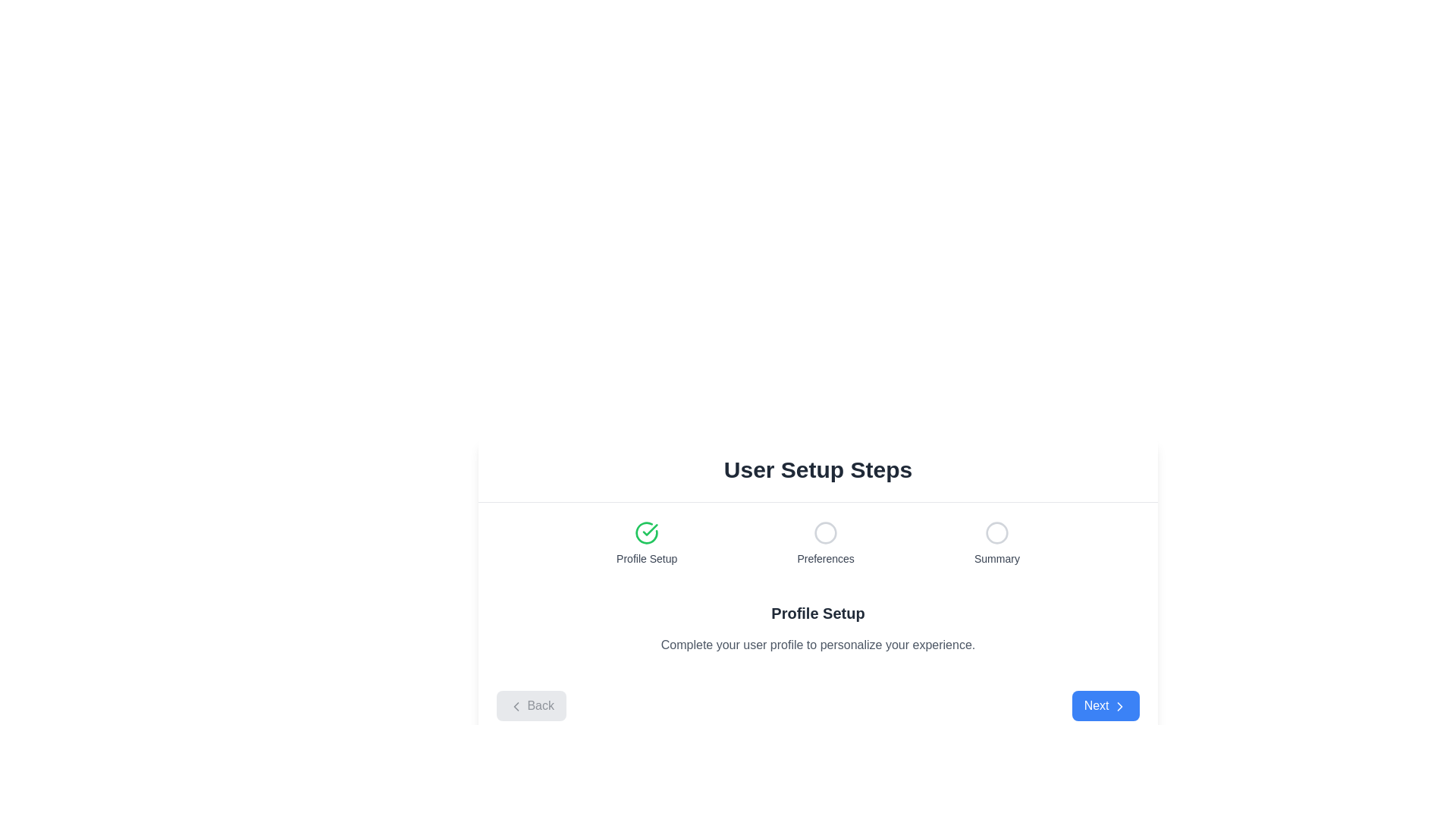 The height and width of the screenshot is (819, 1456). Describe the element at coordinates (997, 558) in the screenshot. I see `the 'Summary' text element, which is styled in gray and located in the third step of the horizontal stepper layout under a circular icon` at that location.